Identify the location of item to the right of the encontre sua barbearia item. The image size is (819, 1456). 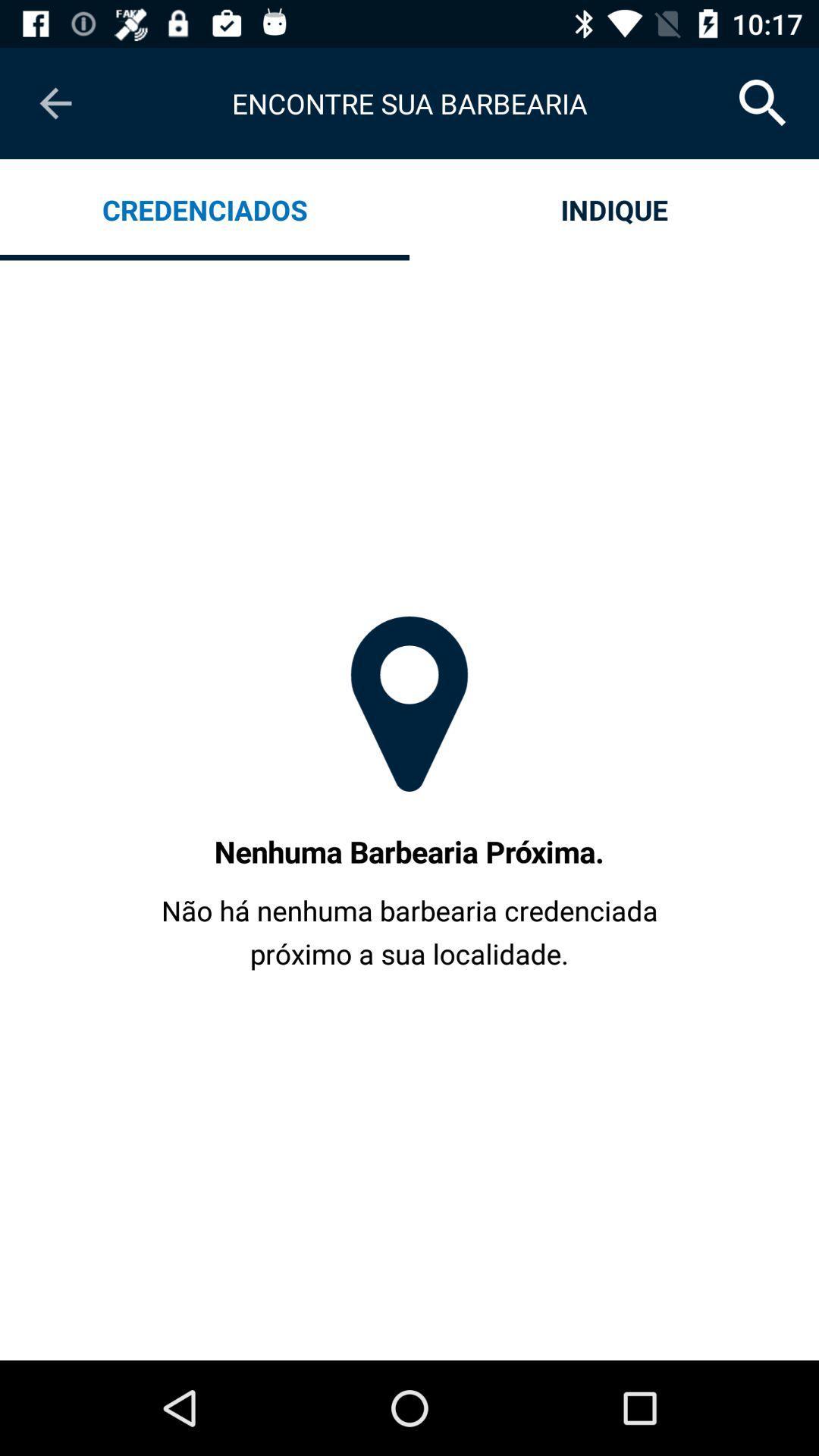
(763, 102).